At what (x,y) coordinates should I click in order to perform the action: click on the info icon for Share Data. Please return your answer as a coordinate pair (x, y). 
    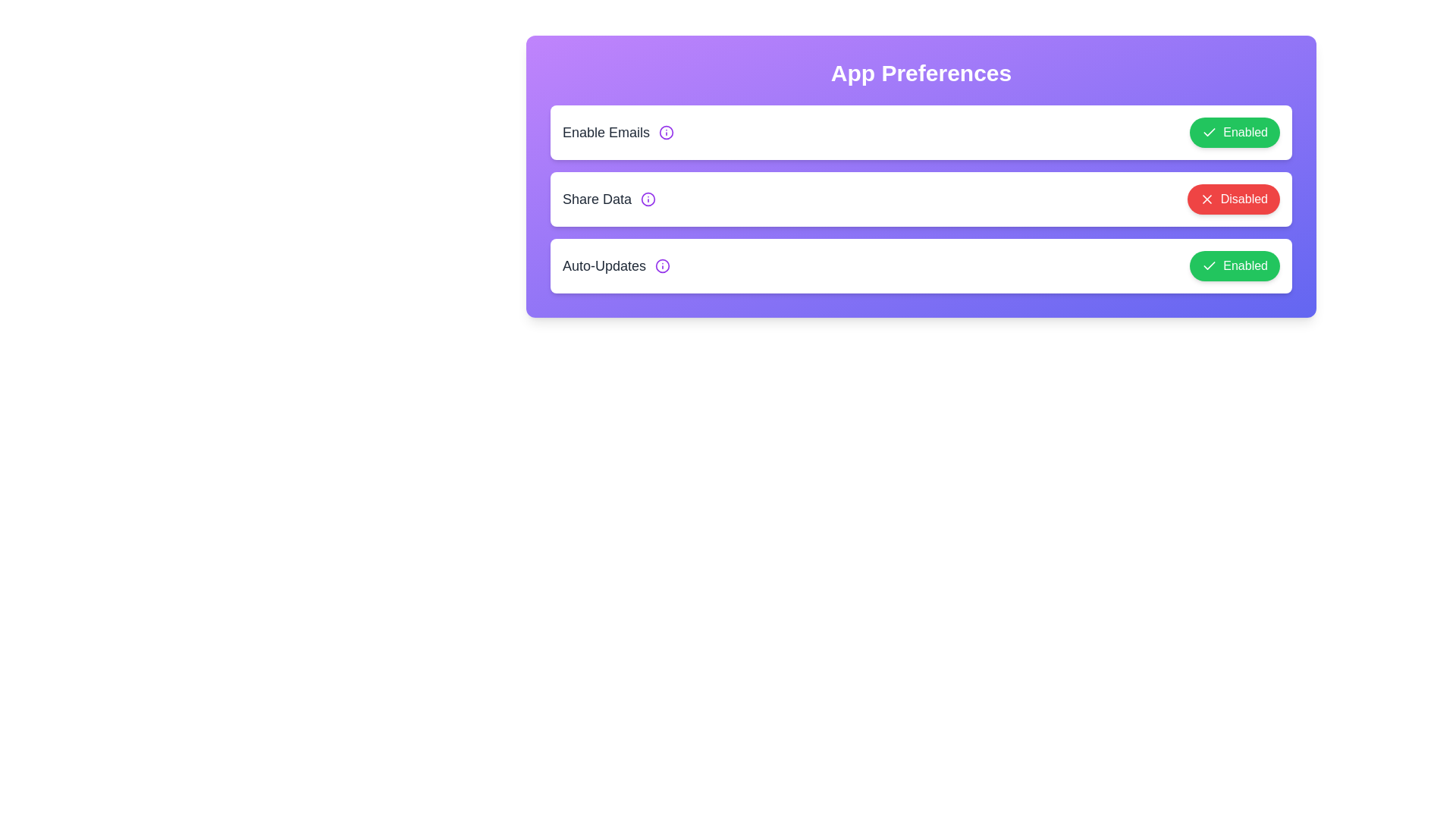
    Looking at the image, I should click on (648, 198).